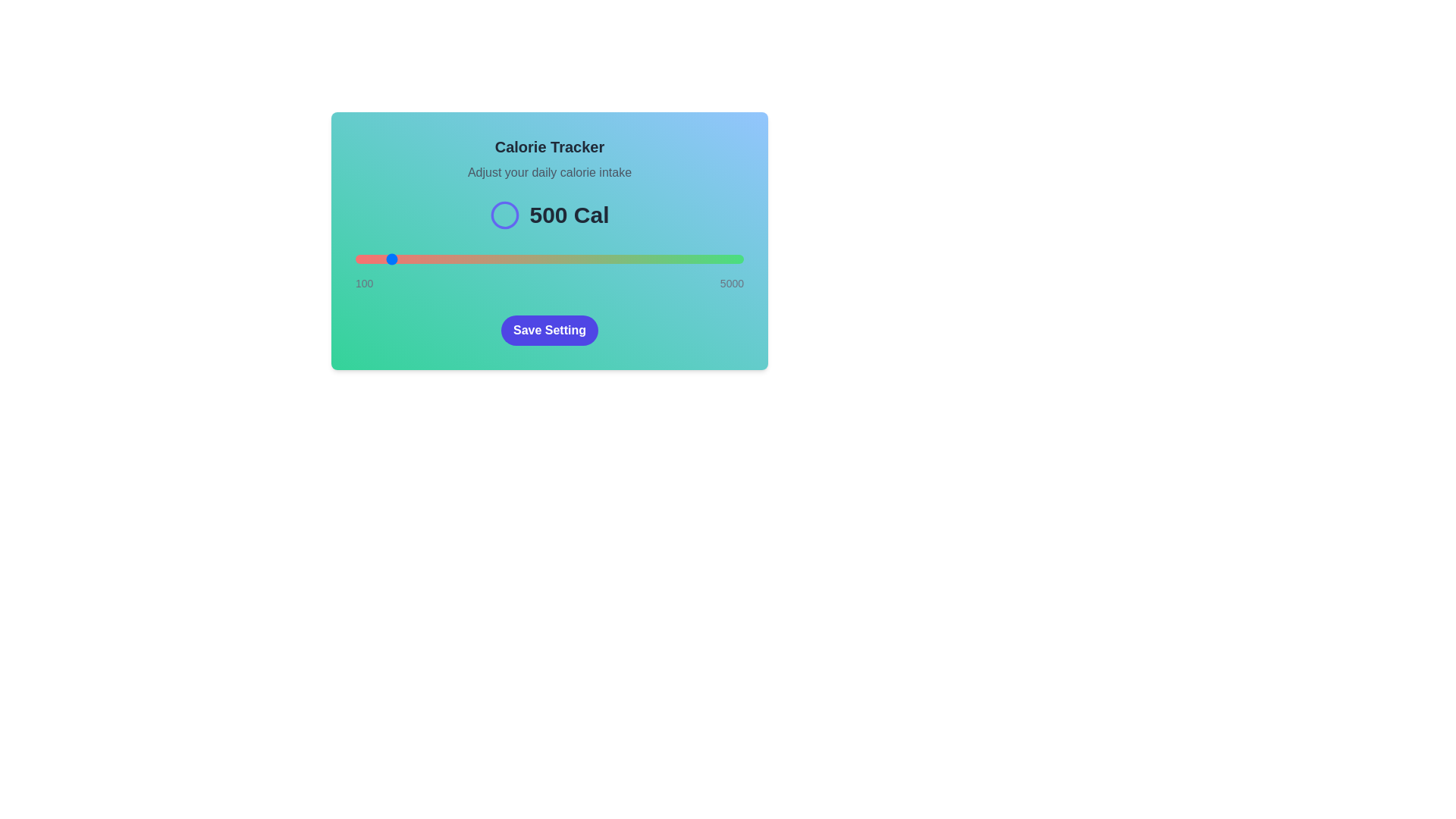 This screenshot has width=1456, height=819. What do you see at coordinates (401, 259) in the screenshot?
I see `the calorie intake slider to 683 calories` at bounding box center [401, 259].